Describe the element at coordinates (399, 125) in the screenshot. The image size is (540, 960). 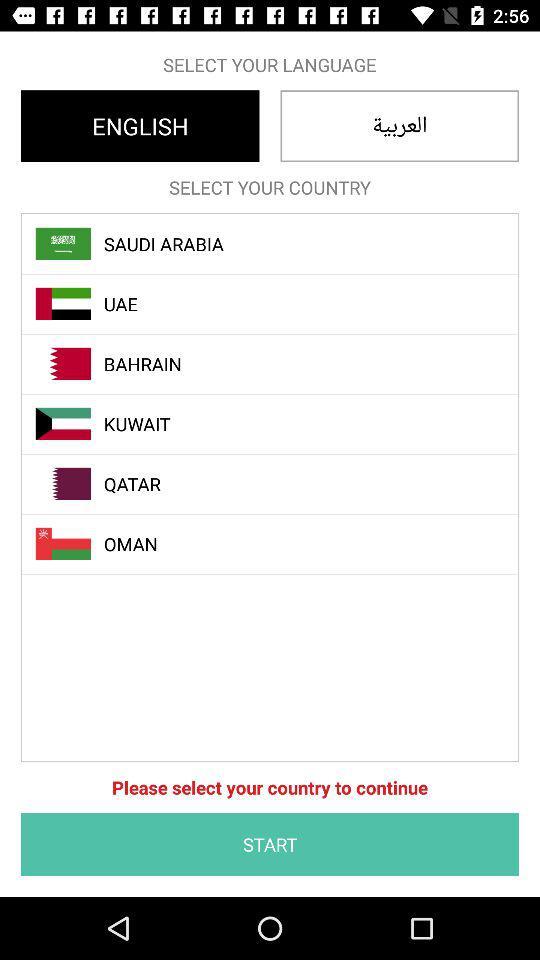
I see `item to the right of the english icon` at that location.